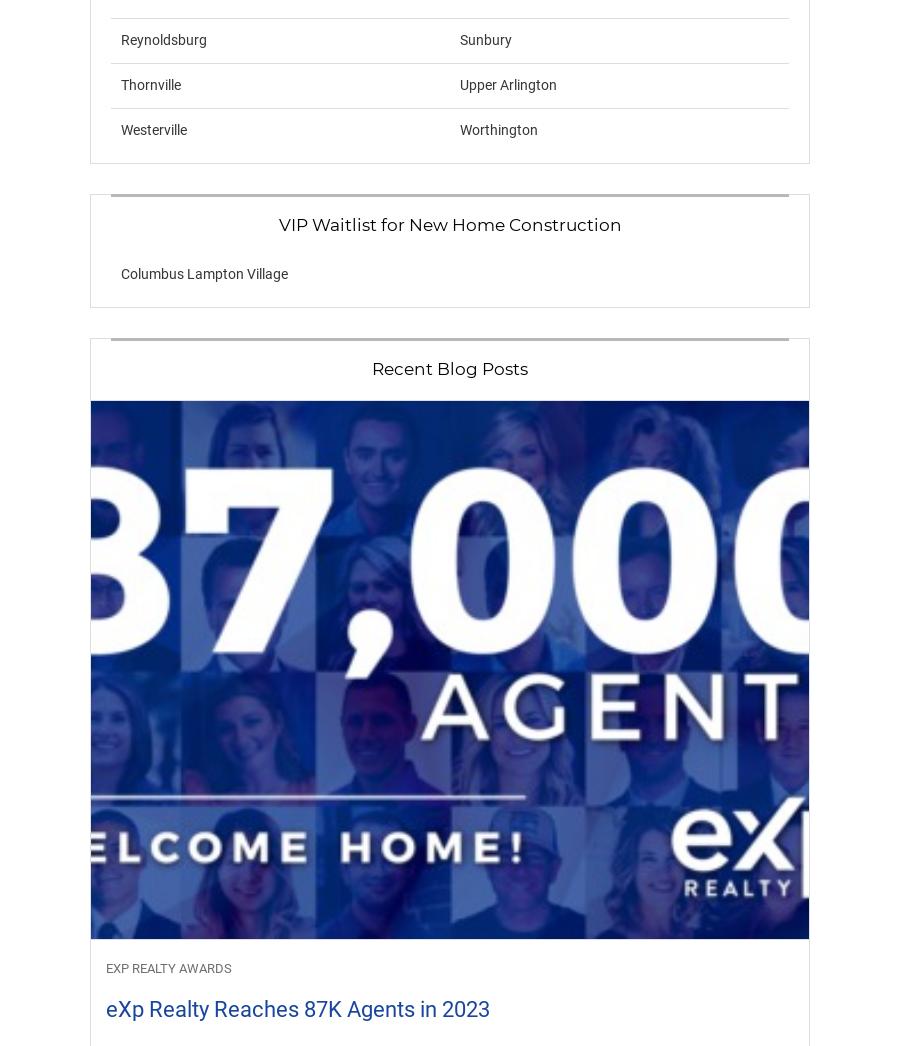  I want to click on 'Reynoldsburg', so click(120, 38).